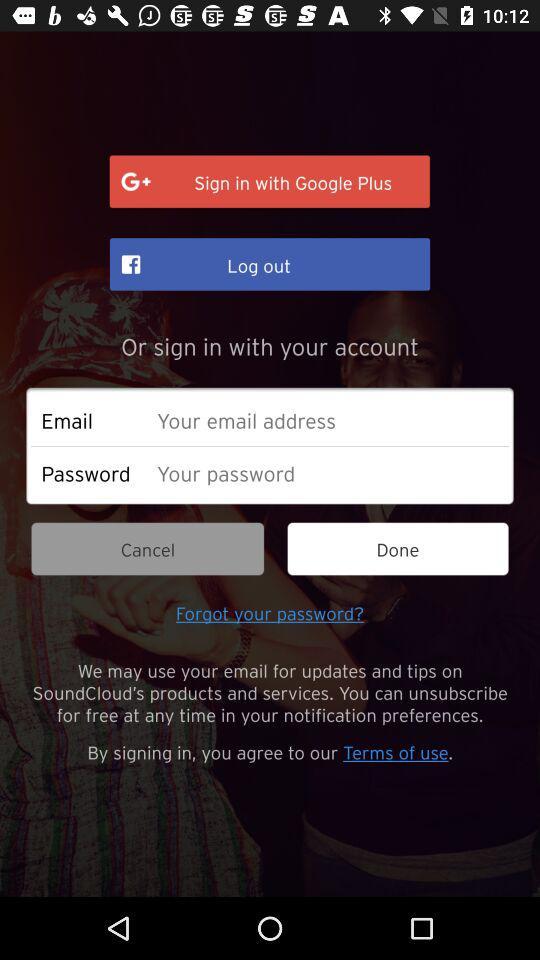  I want to click on log out item, so click(270, 263).